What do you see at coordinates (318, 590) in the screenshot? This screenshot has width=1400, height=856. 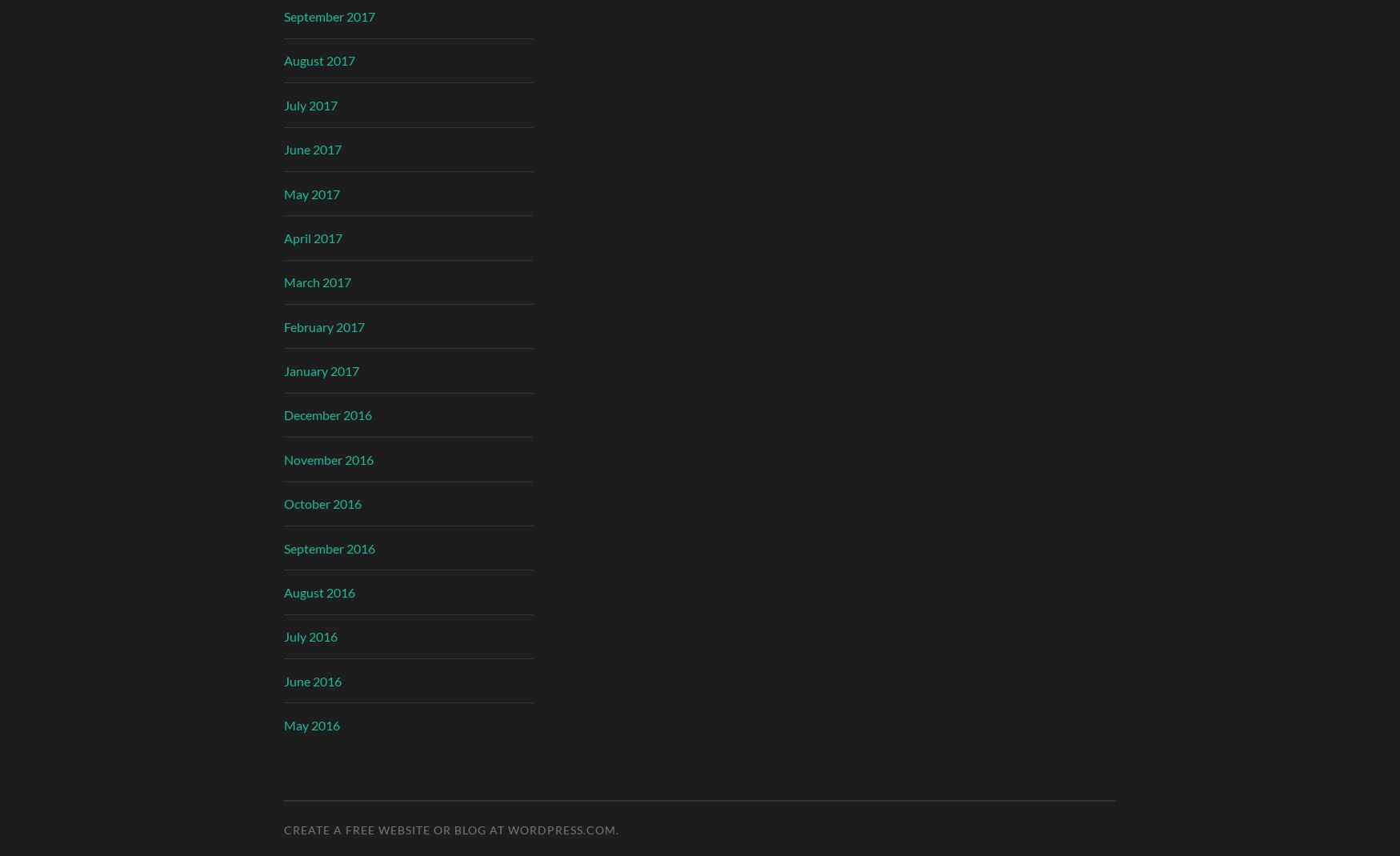 I see `'August 2016'` at bounding box center [318, 590].